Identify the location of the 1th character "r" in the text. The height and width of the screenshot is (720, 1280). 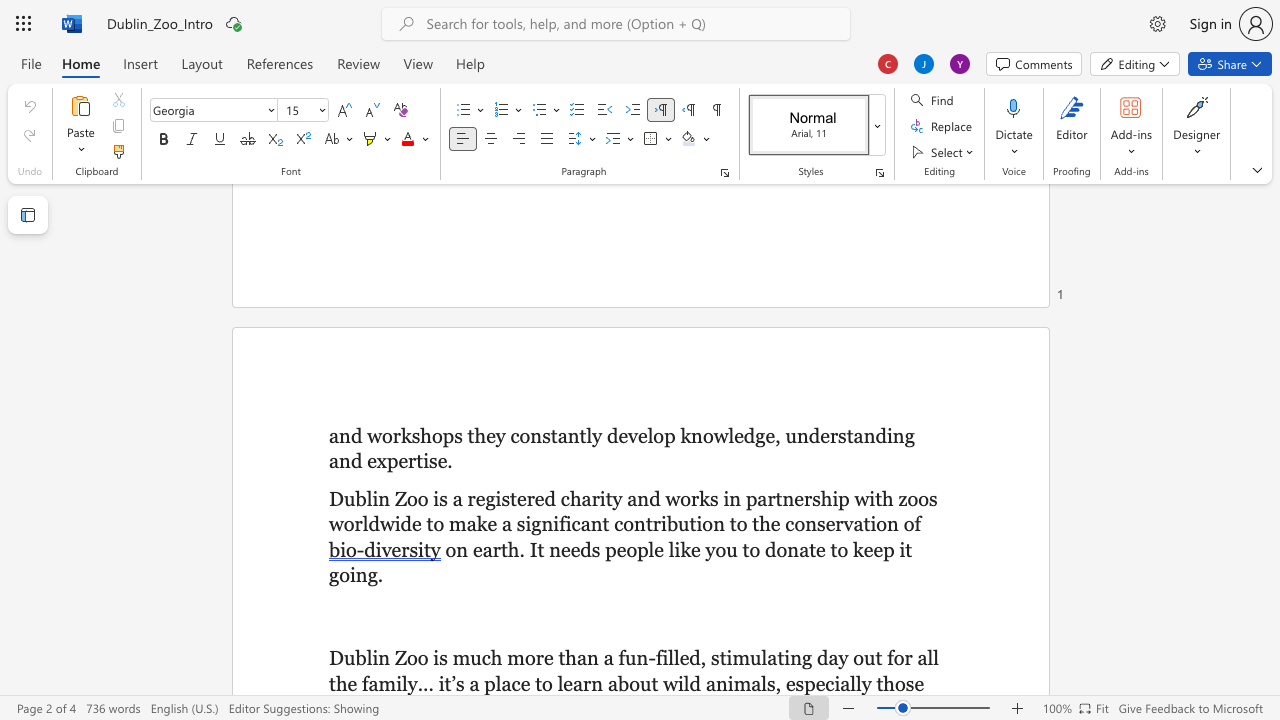
(396, 435).